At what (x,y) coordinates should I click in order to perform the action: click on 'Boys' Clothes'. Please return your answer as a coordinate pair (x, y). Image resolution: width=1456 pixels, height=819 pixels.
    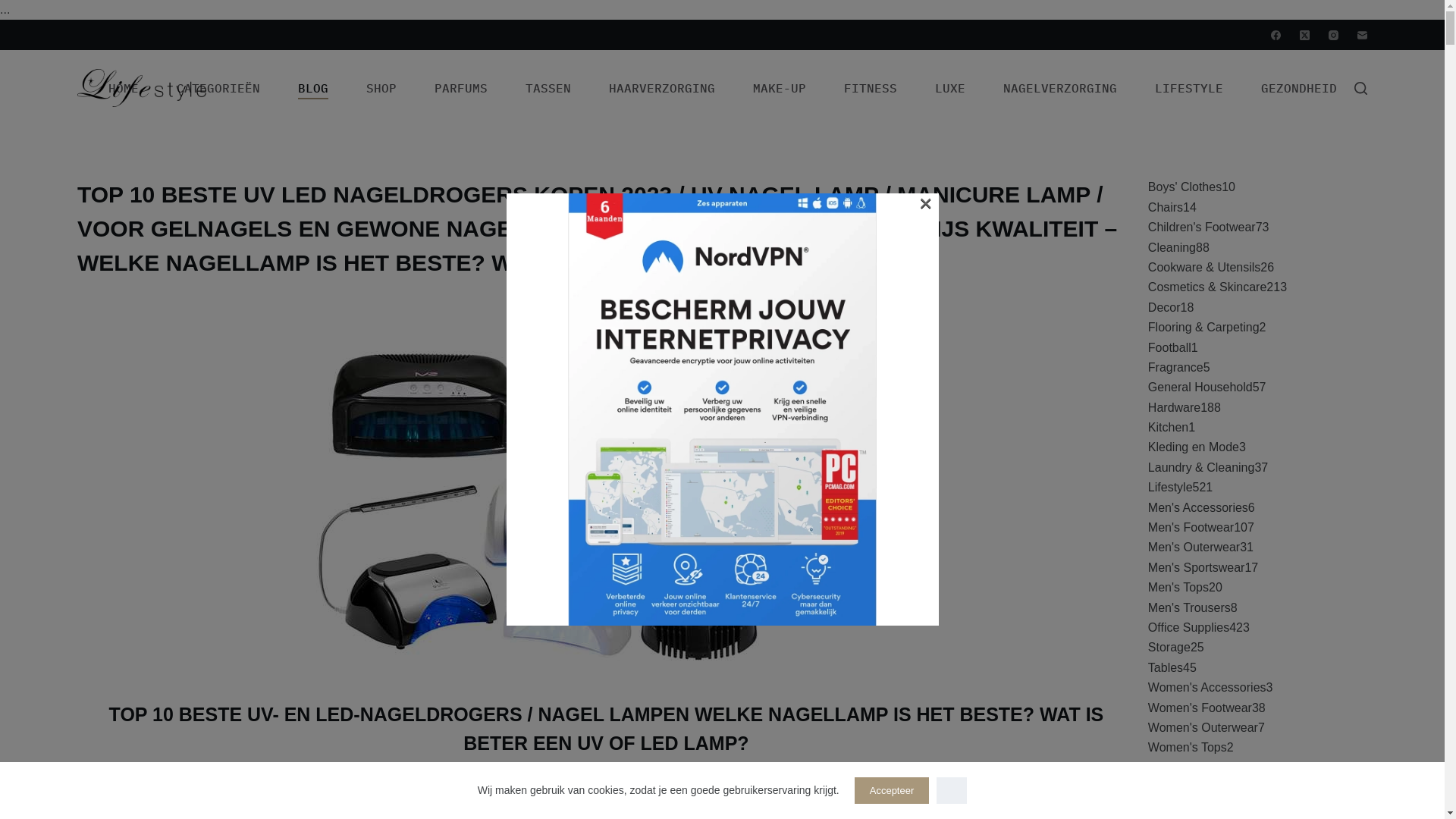
    Looking at the image, I should click on (1184, 186).